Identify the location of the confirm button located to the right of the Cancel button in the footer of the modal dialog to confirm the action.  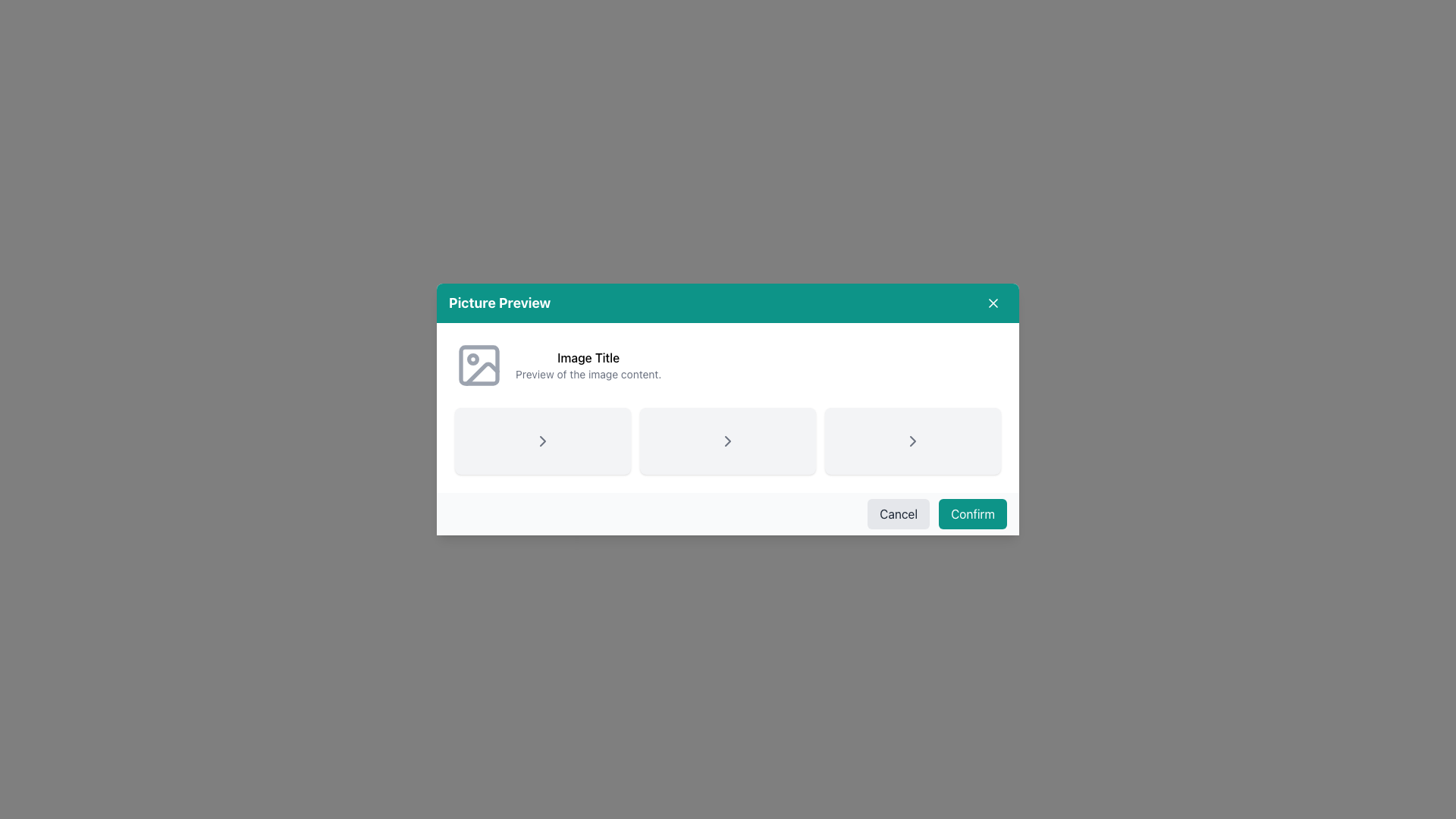
(972, 513).